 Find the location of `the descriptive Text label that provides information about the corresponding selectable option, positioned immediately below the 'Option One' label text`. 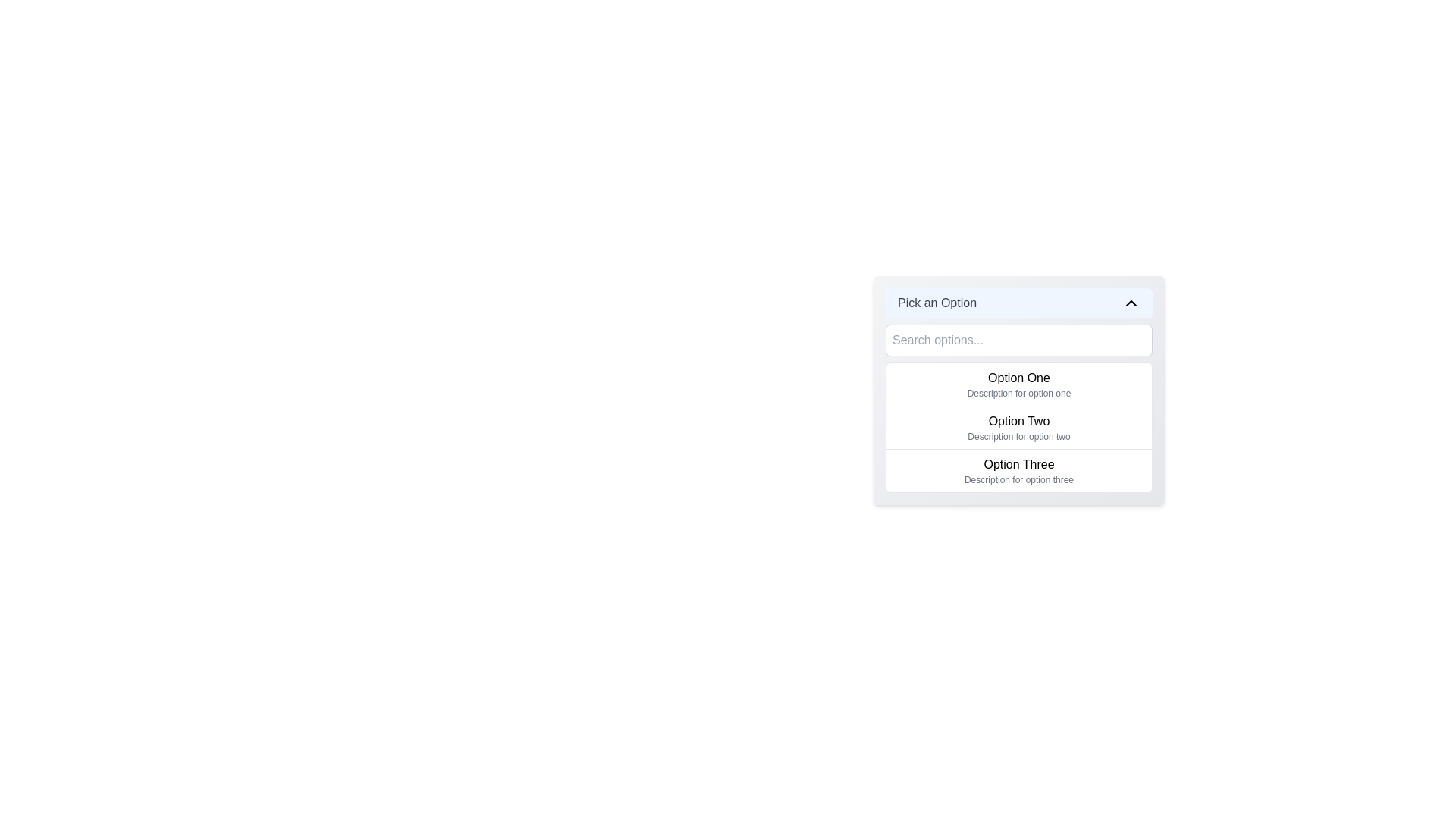

the descriptive Text label that provides information about the corresponding selectable option, positioned immediately below the 'Option One' label text is located at coordinates (1019, 393).